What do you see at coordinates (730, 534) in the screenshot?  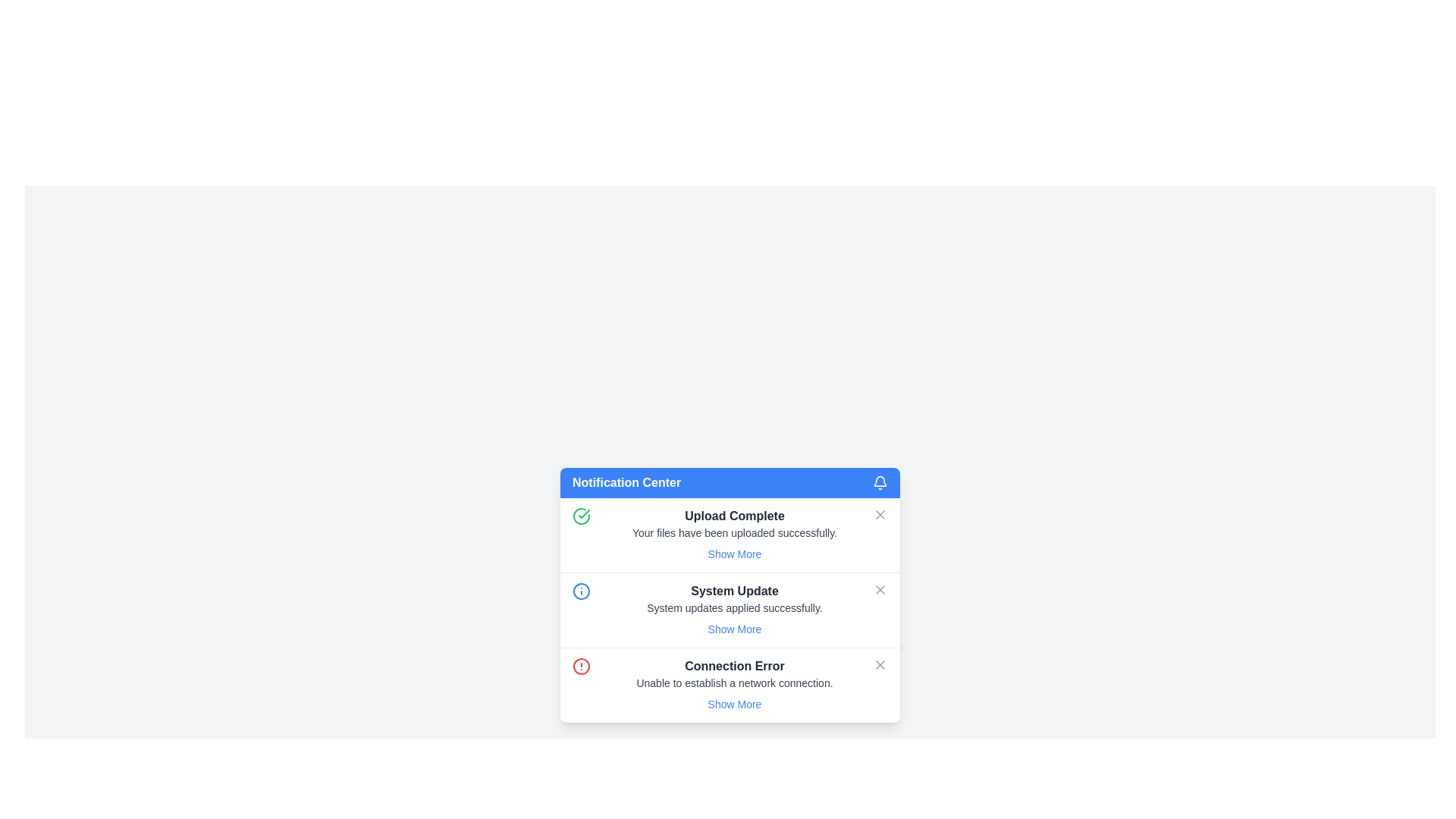 I see `the first notification card in the Notification Center, which features a green circular icon with a checkmark, the title 'Upload Complete', and a 'Show More' link at the bottom` at bounding box center [730, 534].